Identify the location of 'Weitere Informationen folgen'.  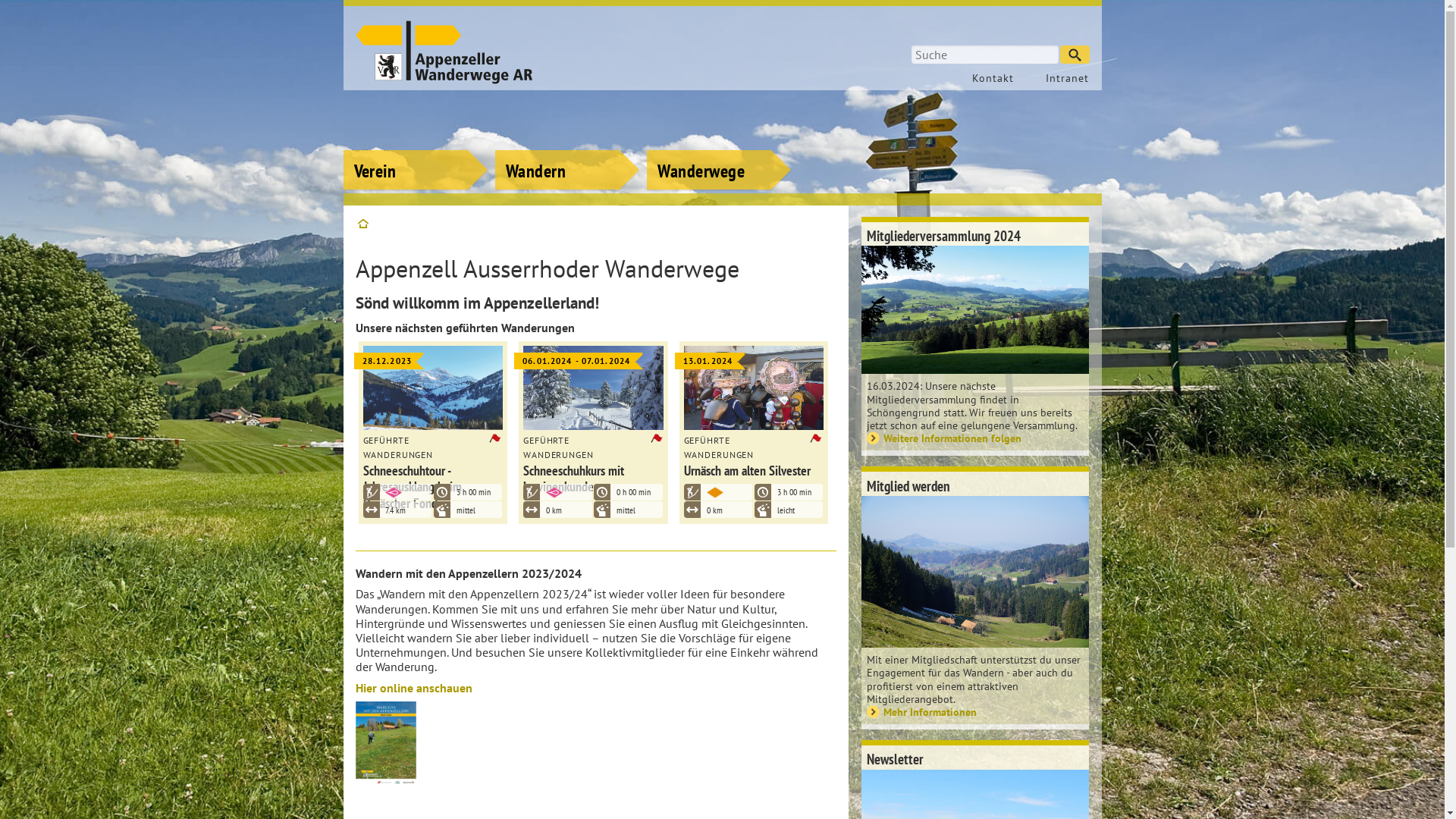
(975, 438).